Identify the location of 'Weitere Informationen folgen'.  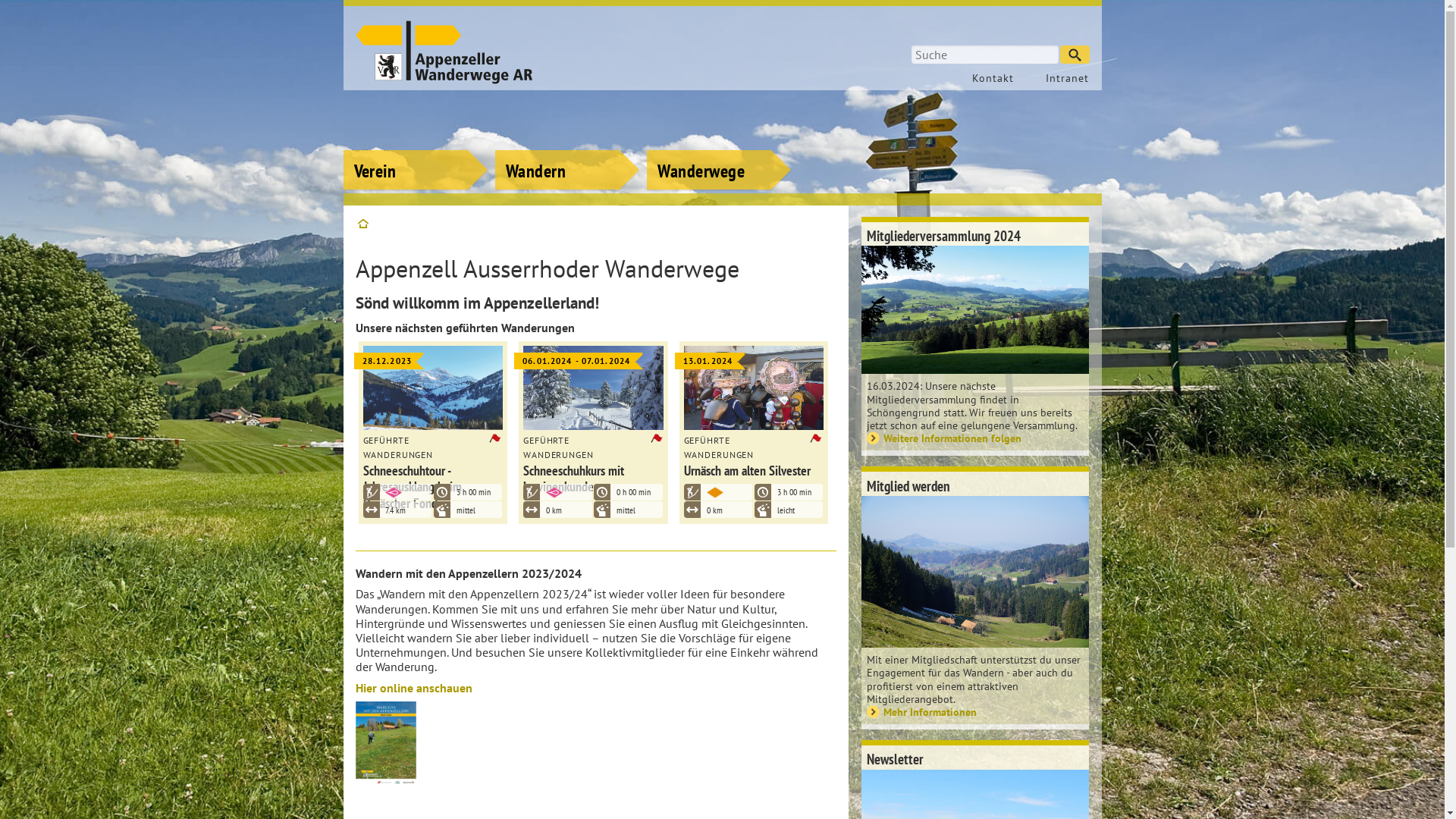
(975, 438).